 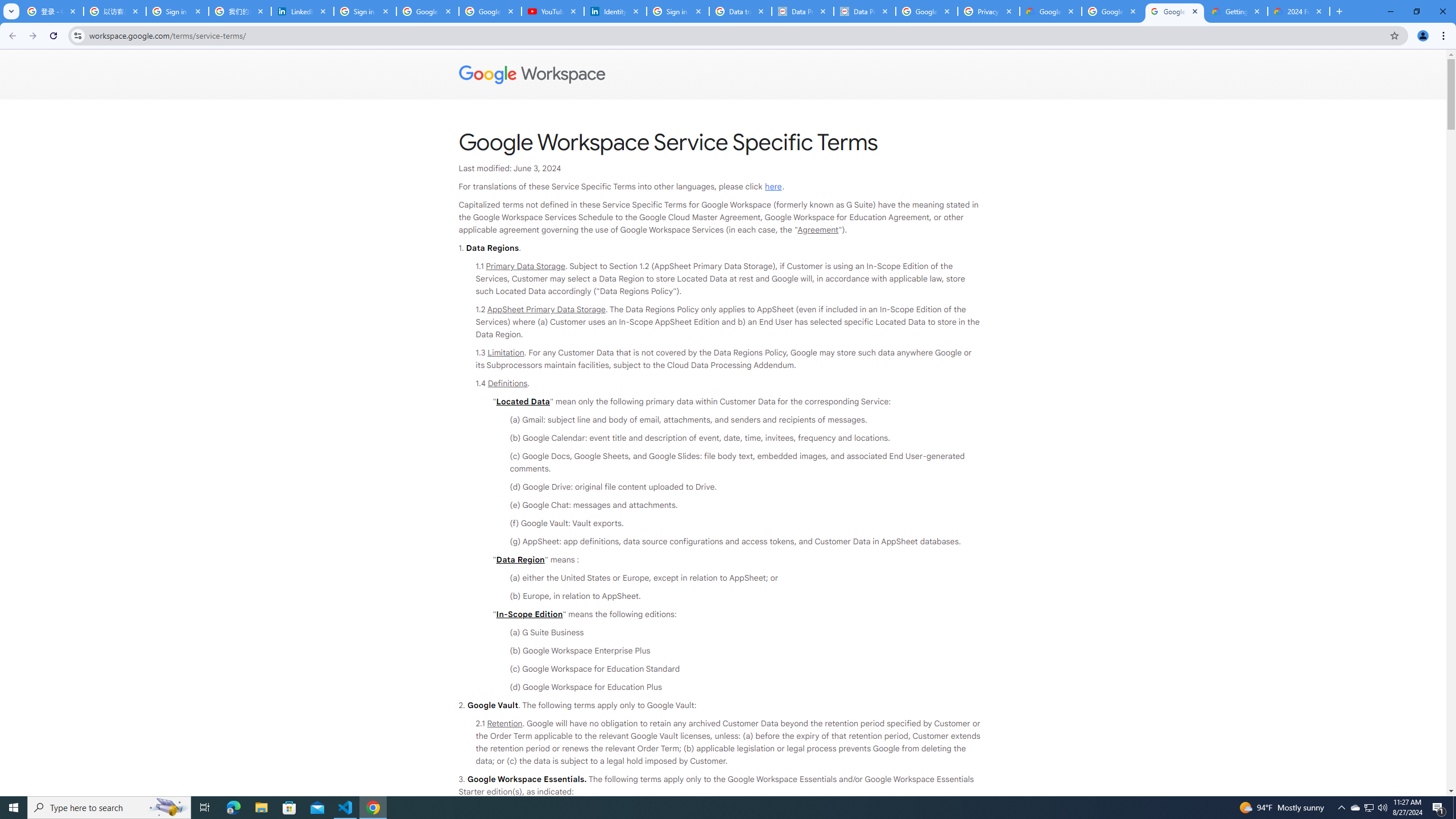 I want to click on 'Data Privacy Framework', so click(x=802, y=11).